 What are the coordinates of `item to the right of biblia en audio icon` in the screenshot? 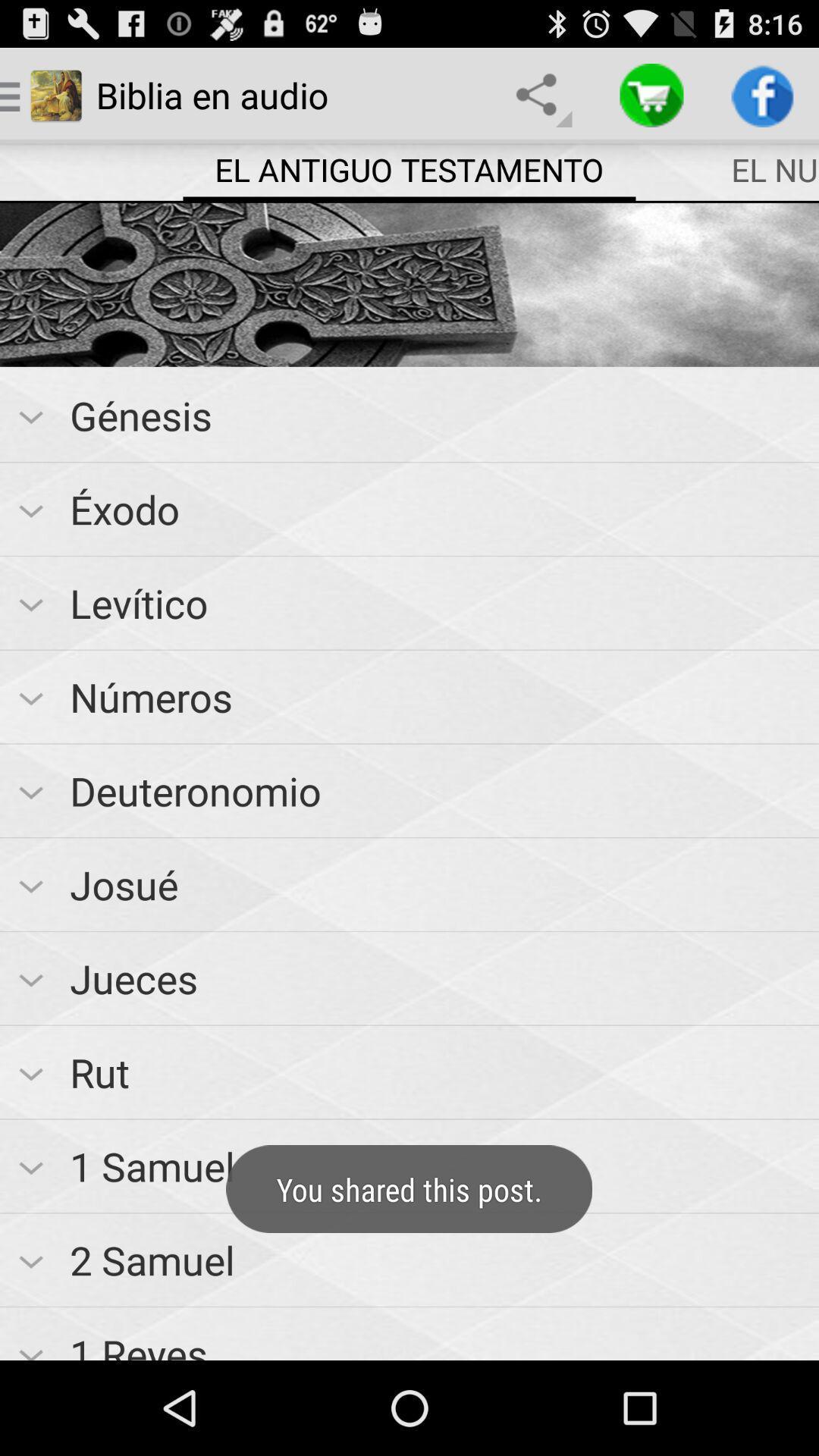 It's located at (539, 94).